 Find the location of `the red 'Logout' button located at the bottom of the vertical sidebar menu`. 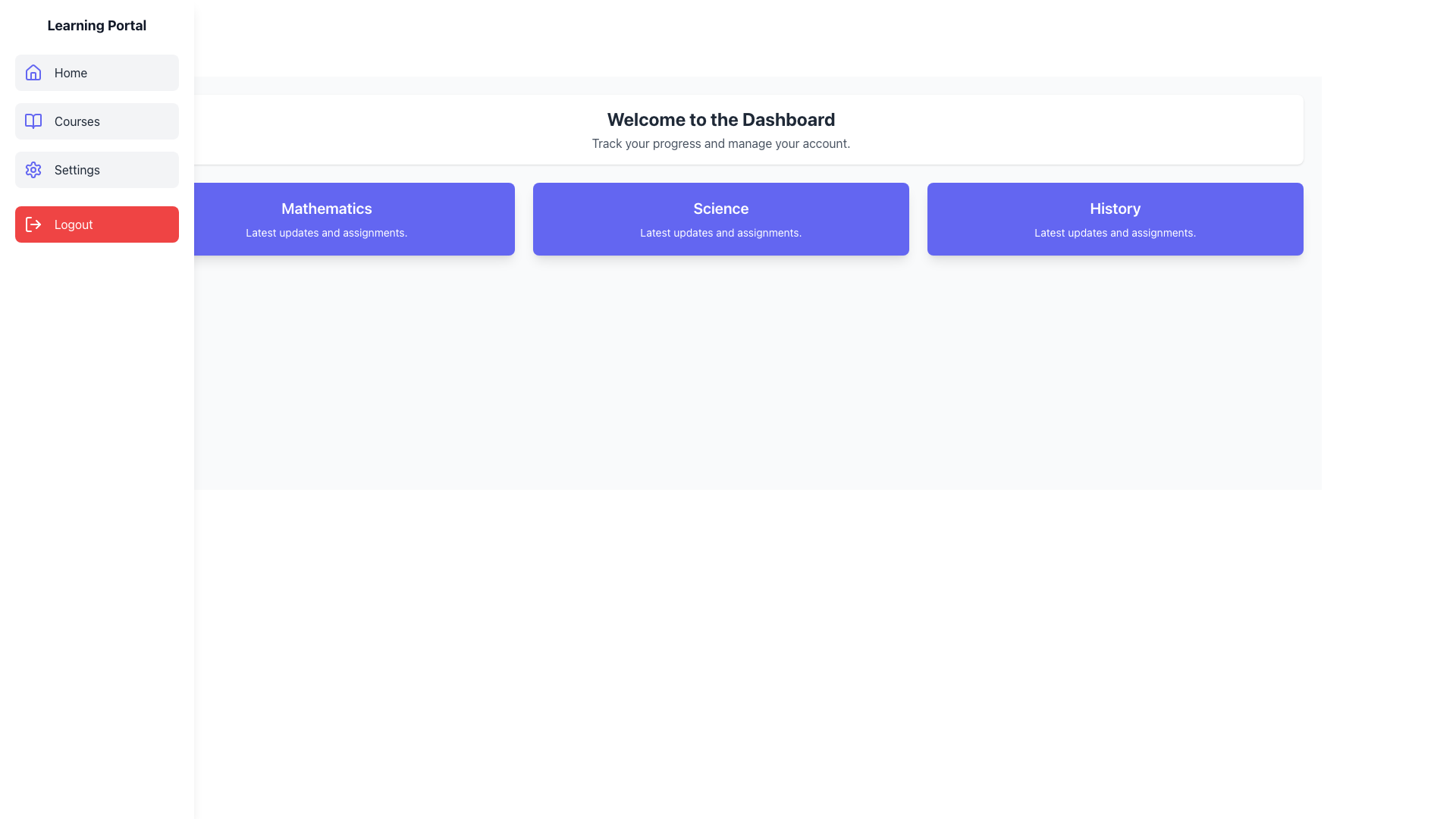

the red 'Logout' button located at the bottom of the vertical sidebar menu is located at coordinates (96, 224).